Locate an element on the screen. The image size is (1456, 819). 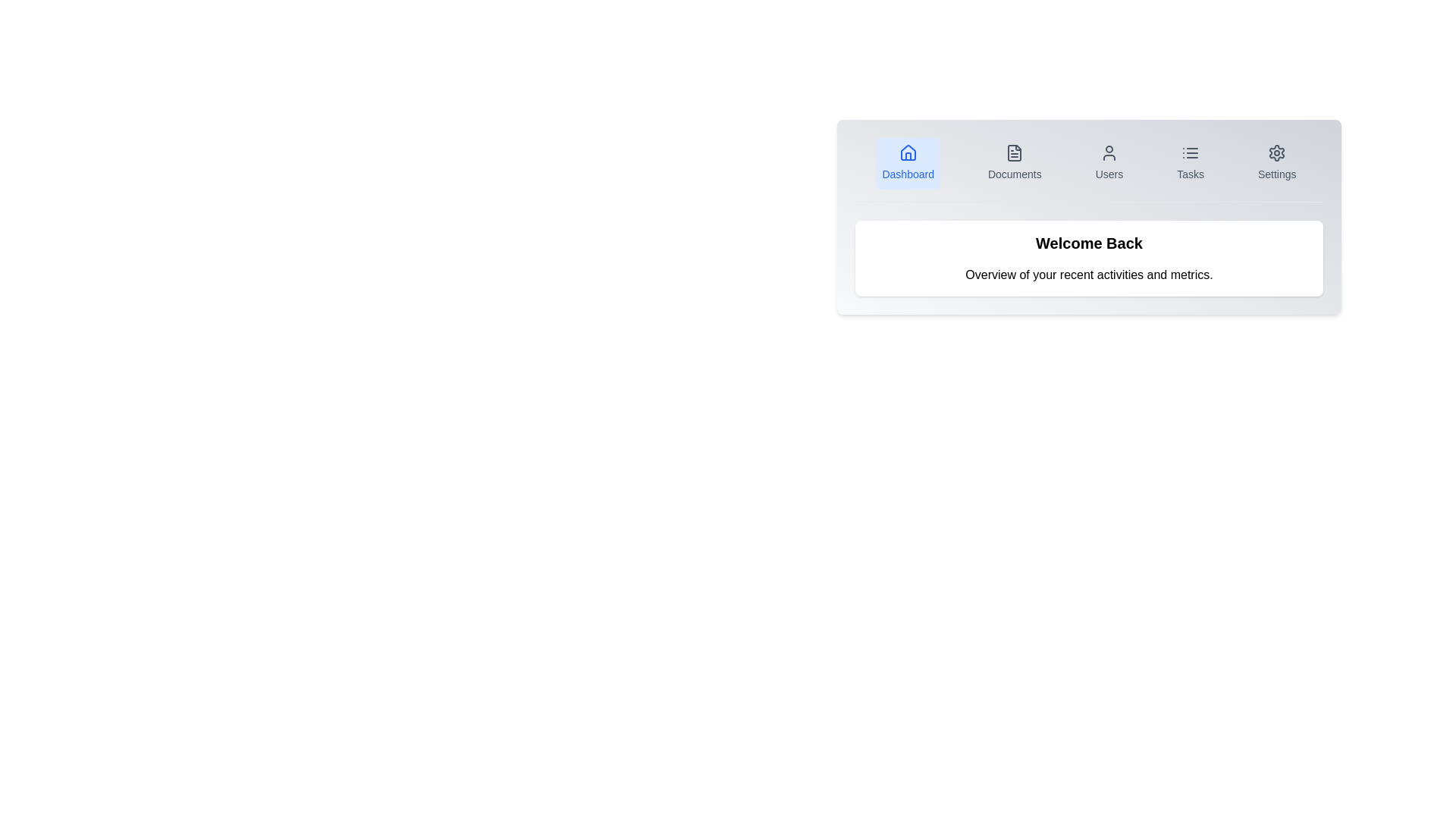
the 'Settings' button located is located at coordinates (1276, 164).